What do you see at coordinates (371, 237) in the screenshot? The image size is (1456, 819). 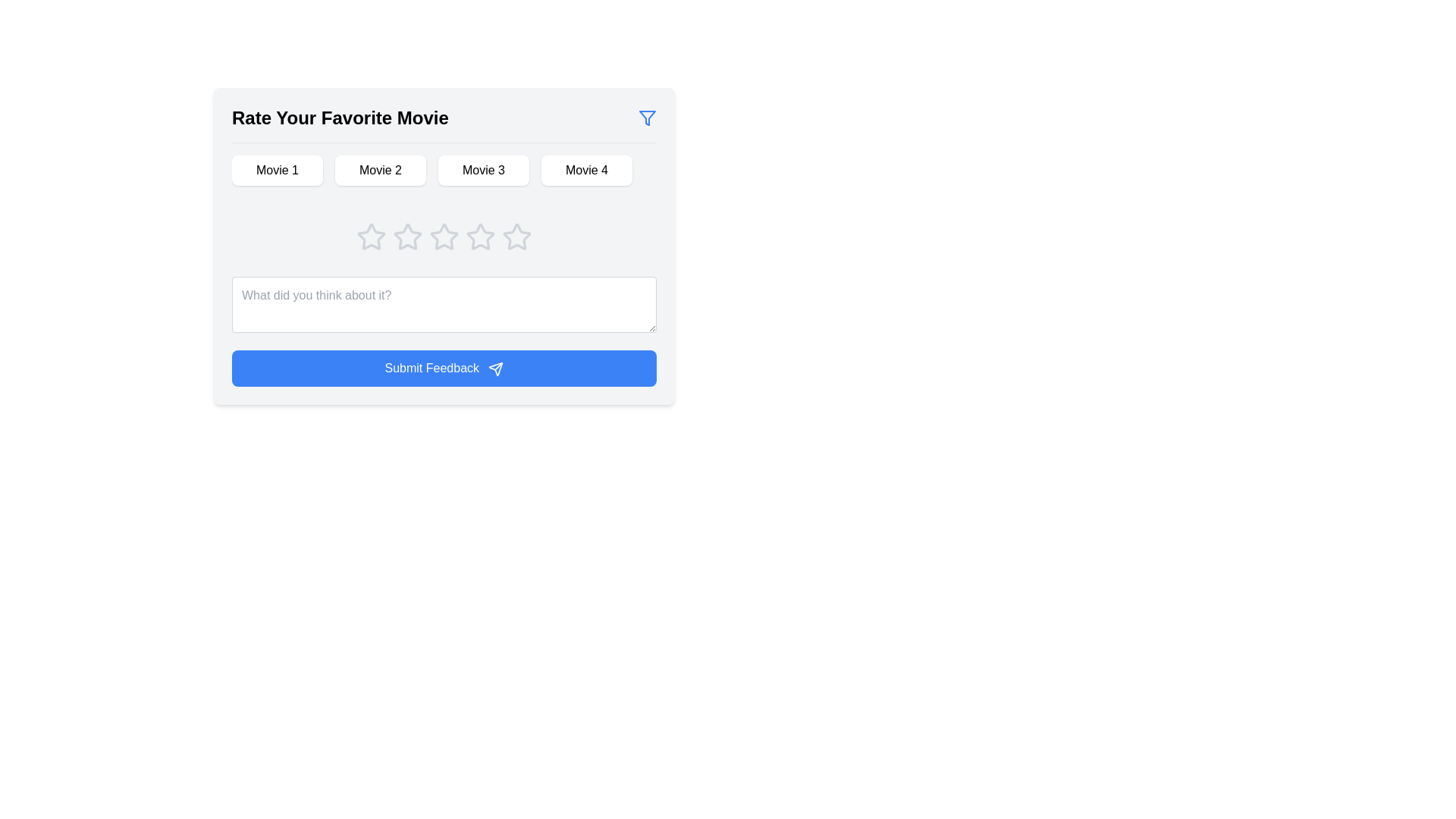 I see `the first star icon outlined in gray to rate the movie in the 'Rate Your Favorite Movie' section` at bounding box center [371, 237].